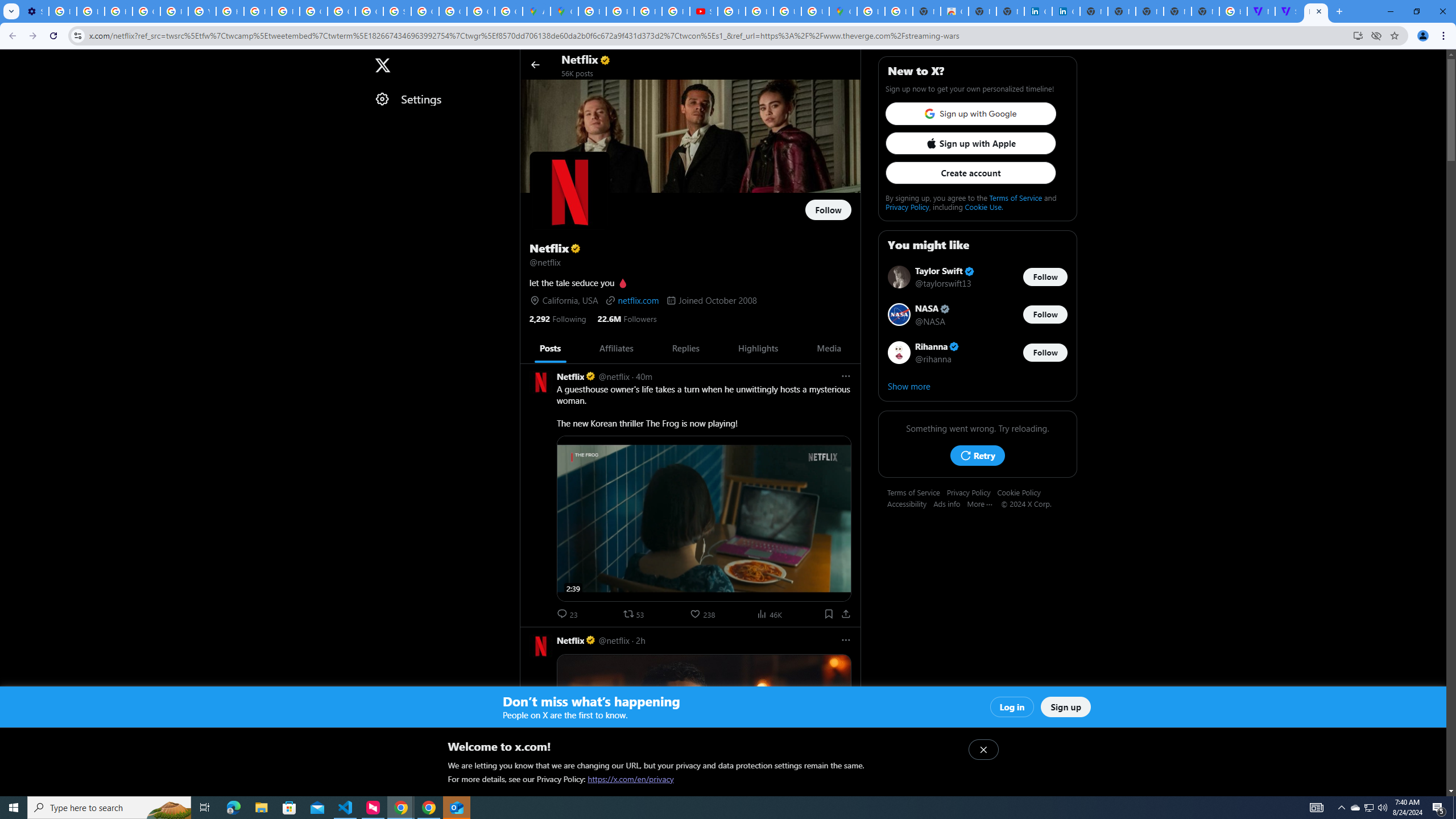 The width and height of the screenshot is (1456, 819). Describe the element at coordinates (909, 503) in the screenshot. I see `'Accessibility'` at that location.